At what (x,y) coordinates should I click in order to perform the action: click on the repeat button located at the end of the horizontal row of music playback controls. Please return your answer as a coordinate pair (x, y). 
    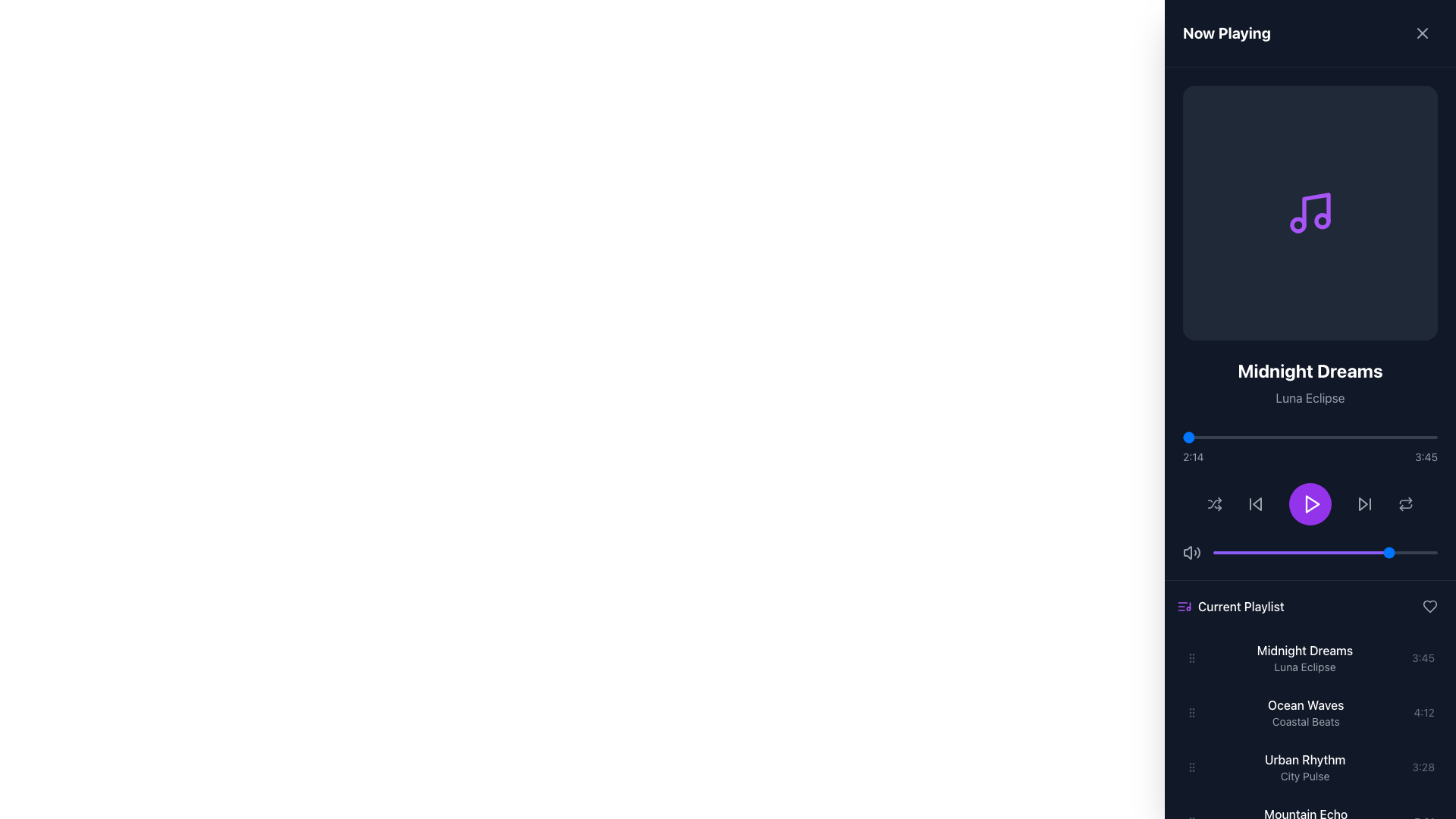
    Looking at the image, I should click on (1404, 504).